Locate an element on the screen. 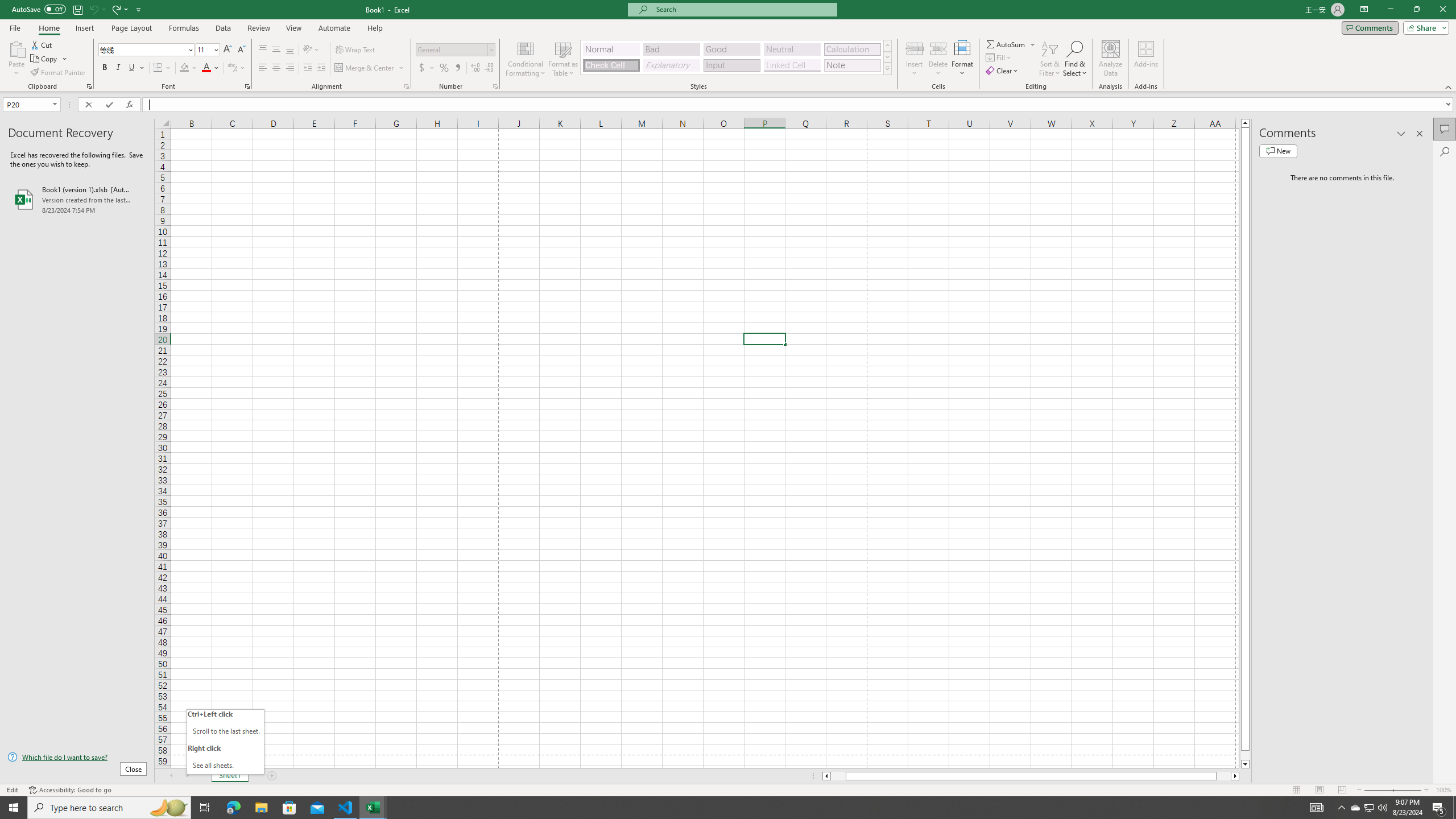 The width and height of the screenshot is (1456, 819). 'Sort & Filter' is located at coordinates (1049, 59).